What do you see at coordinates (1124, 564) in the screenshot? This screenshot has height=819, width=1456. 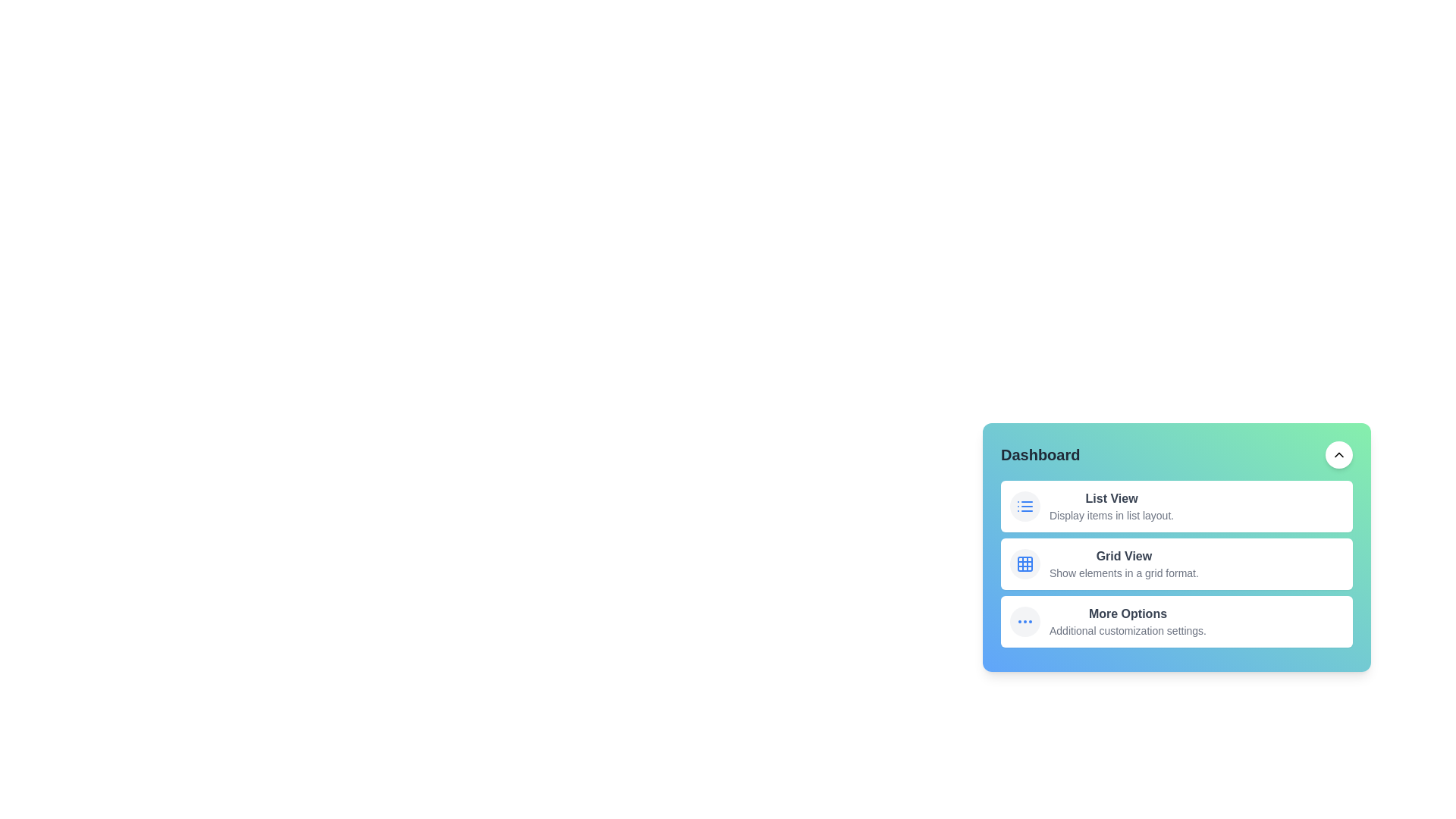 I see `the 'Grid View' option to select it` at bounding box center [1124, 564].